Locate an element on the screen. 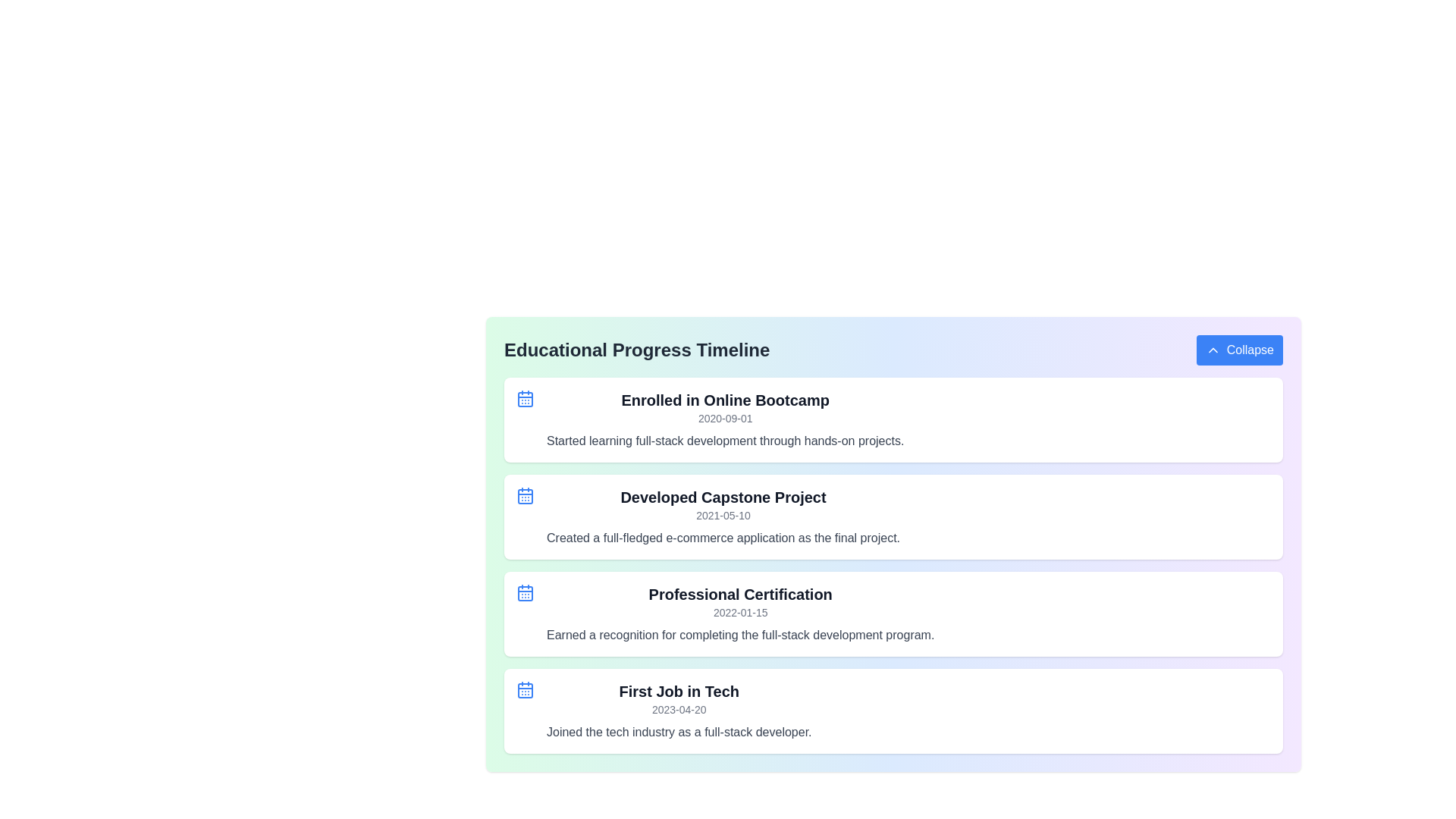 The height and width of the screenshot is (819, 1456). the text label providing details about the event 'Joined the tech industry as a full-stack developer.' under the heading 'First Job in Tech' is located at coordinates (678, 731).